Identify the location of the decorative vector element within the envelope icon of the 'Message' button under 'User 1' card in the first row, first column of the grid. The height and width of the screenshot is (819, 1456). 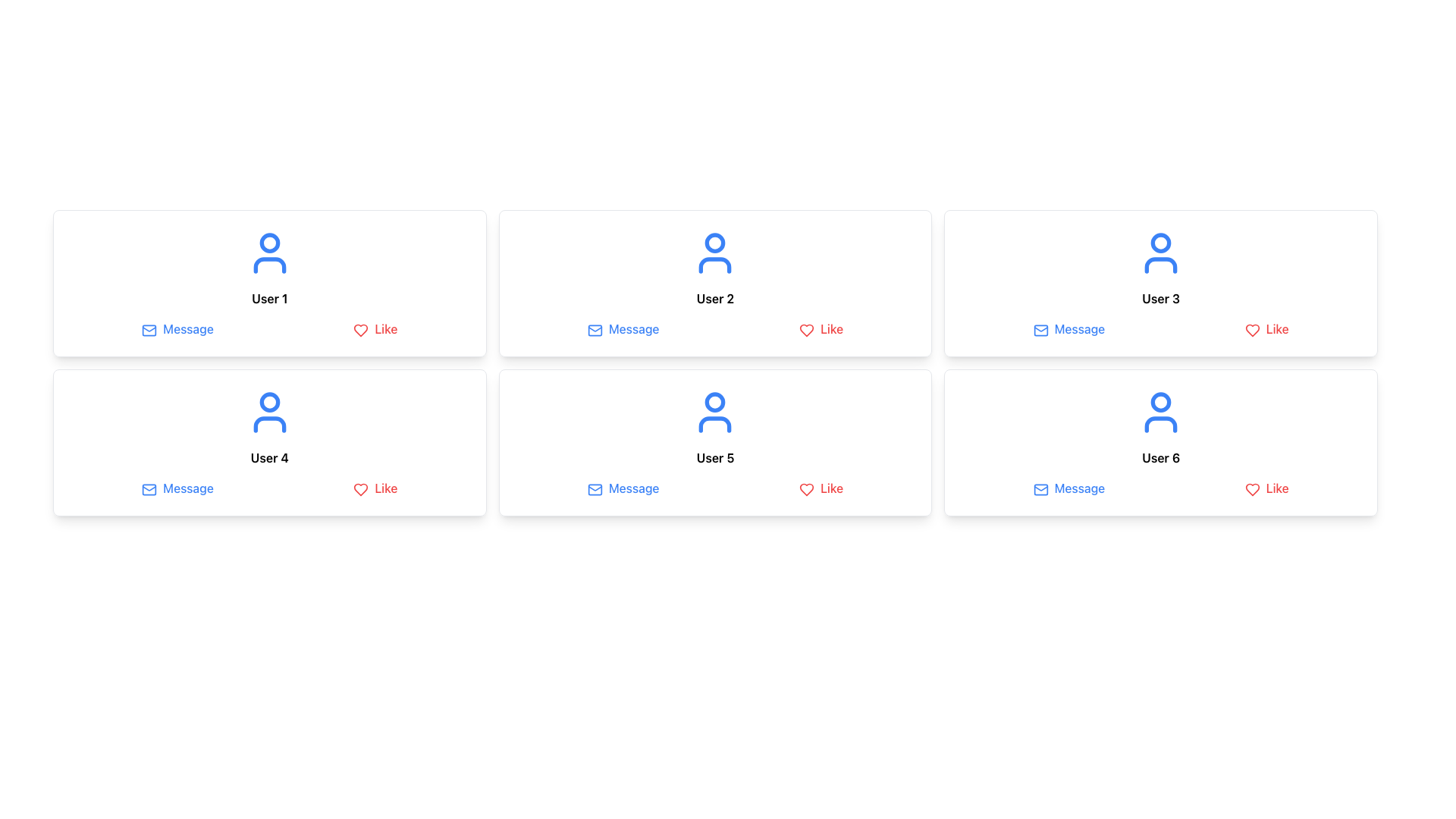
(149, 329).